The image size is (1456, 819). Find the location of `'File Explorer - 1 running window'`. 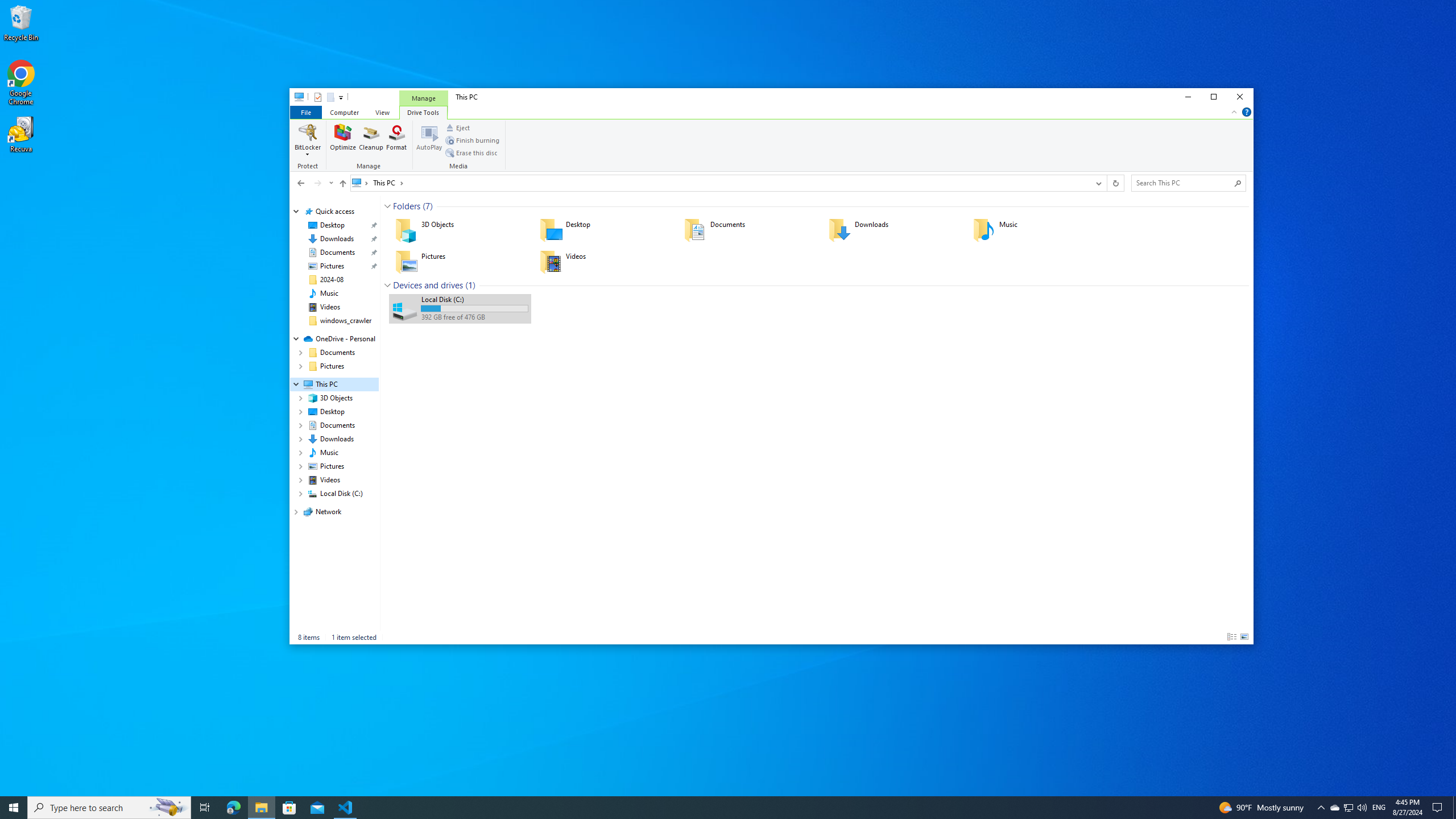

'File Explorer - 1 running window' is located at coordinates (260, 806).